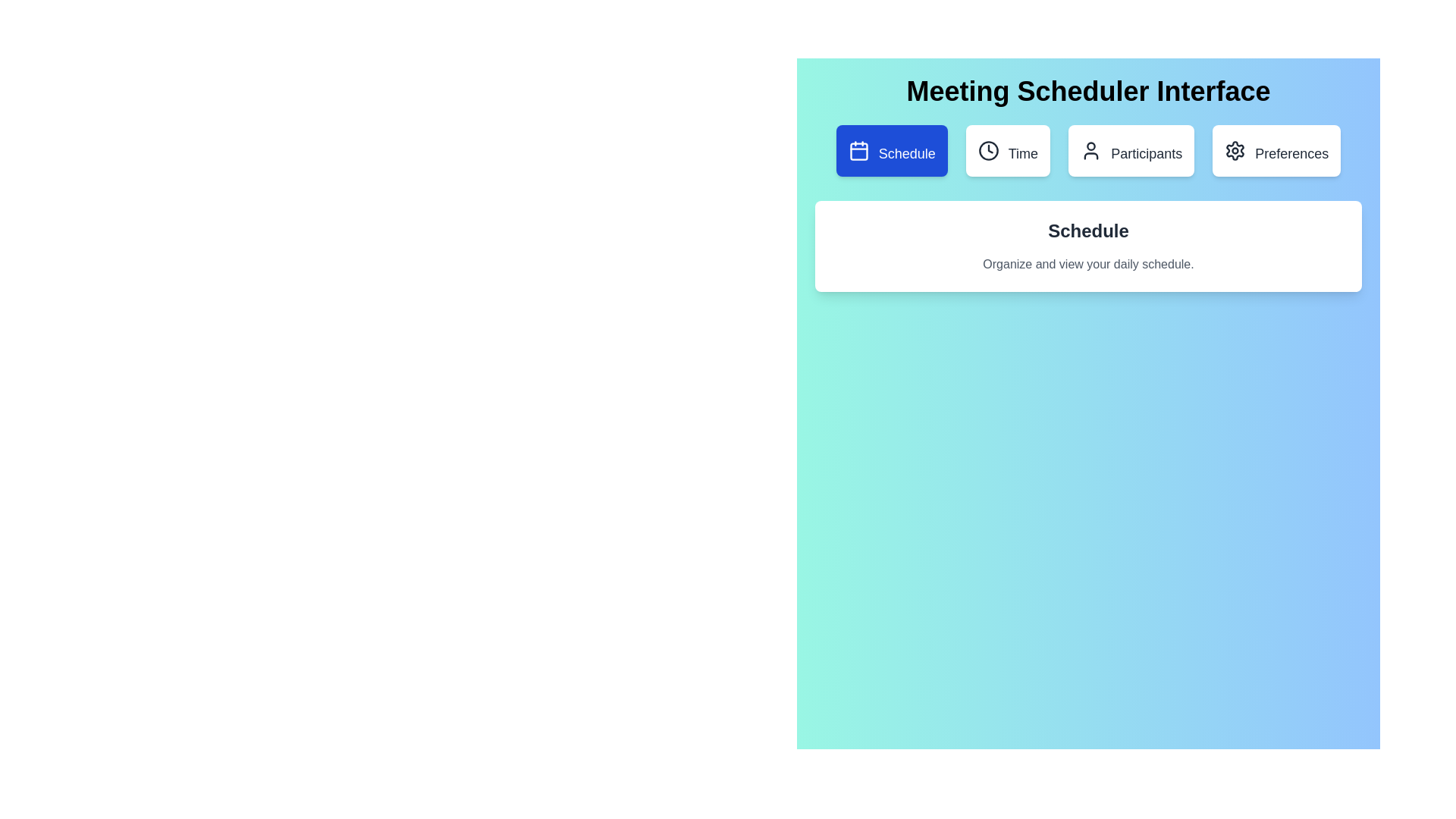 This screenshot has height=819, width=1456. What do you see at coordinates (988, 151) in the screenshot?
I see `the clock icon, which is a minimalist circular outline with clock hands, located within the 'Time' button, positioned between the 'Schedule' and 'Participants' buttons` at bounding box center [988, 151].